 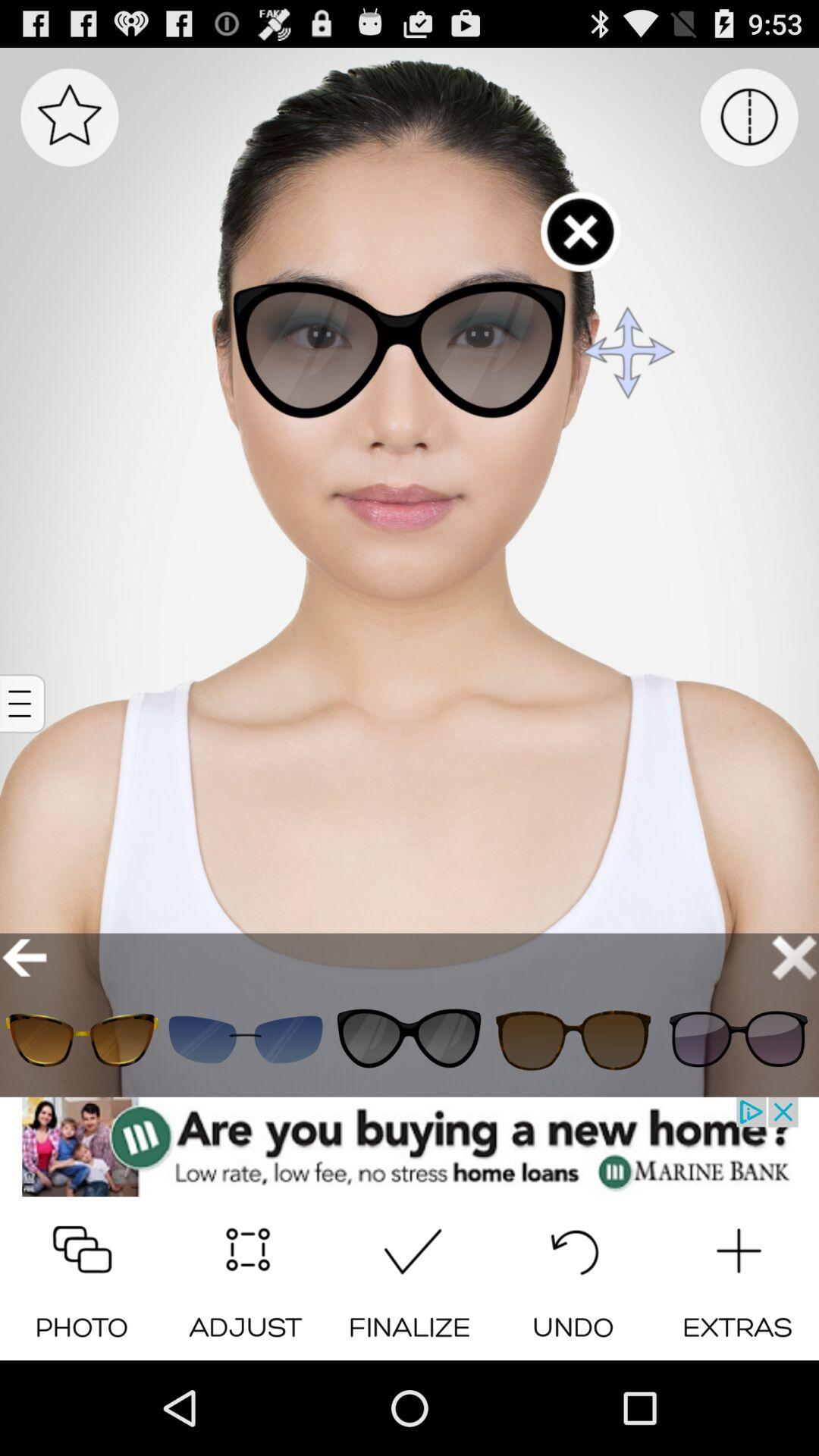 I want to click on mark as favorite, so click(x=69, y=116).